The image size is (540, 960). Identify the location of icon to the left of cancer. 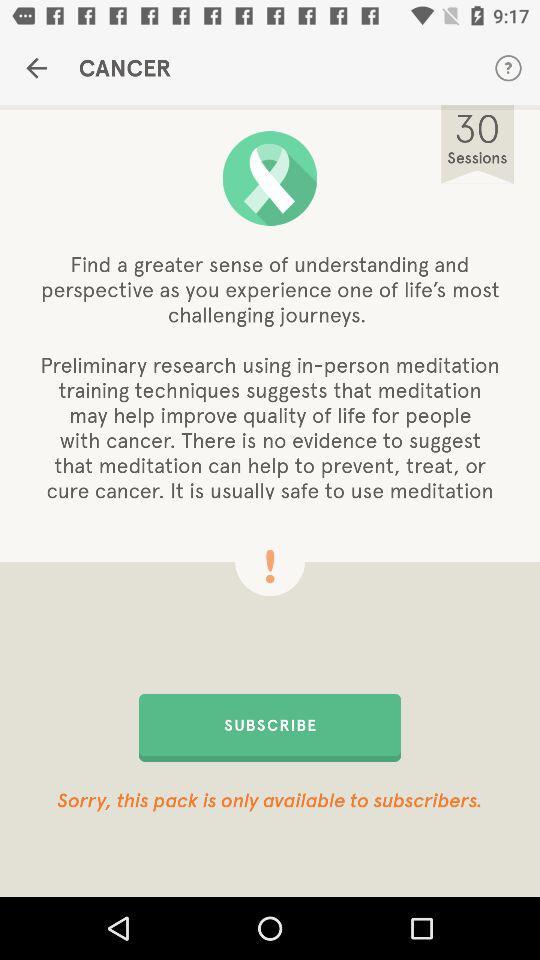
(36, 68).